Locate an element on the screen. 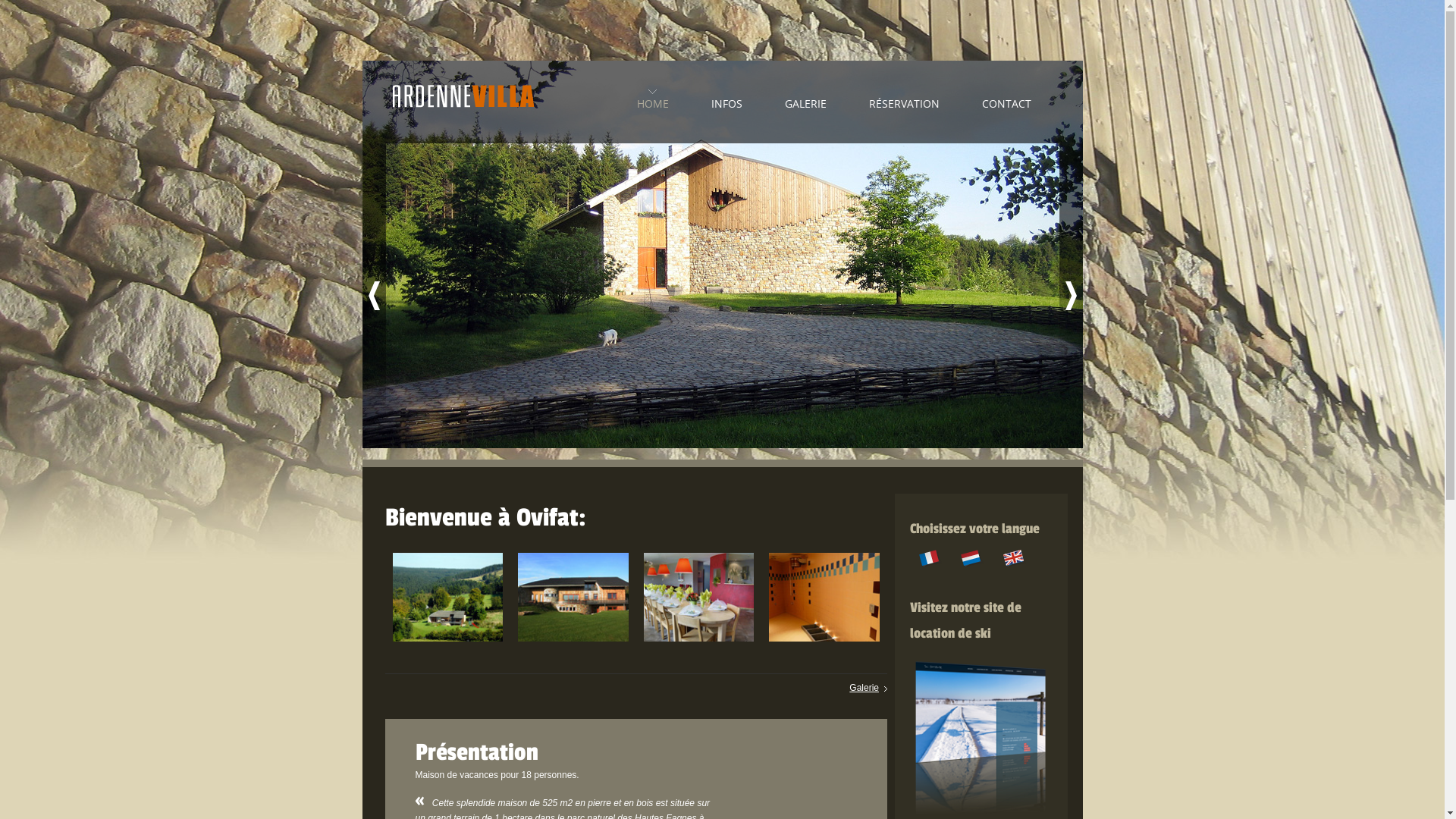  'Ski Botrange' is located at coordinates (981, 659).